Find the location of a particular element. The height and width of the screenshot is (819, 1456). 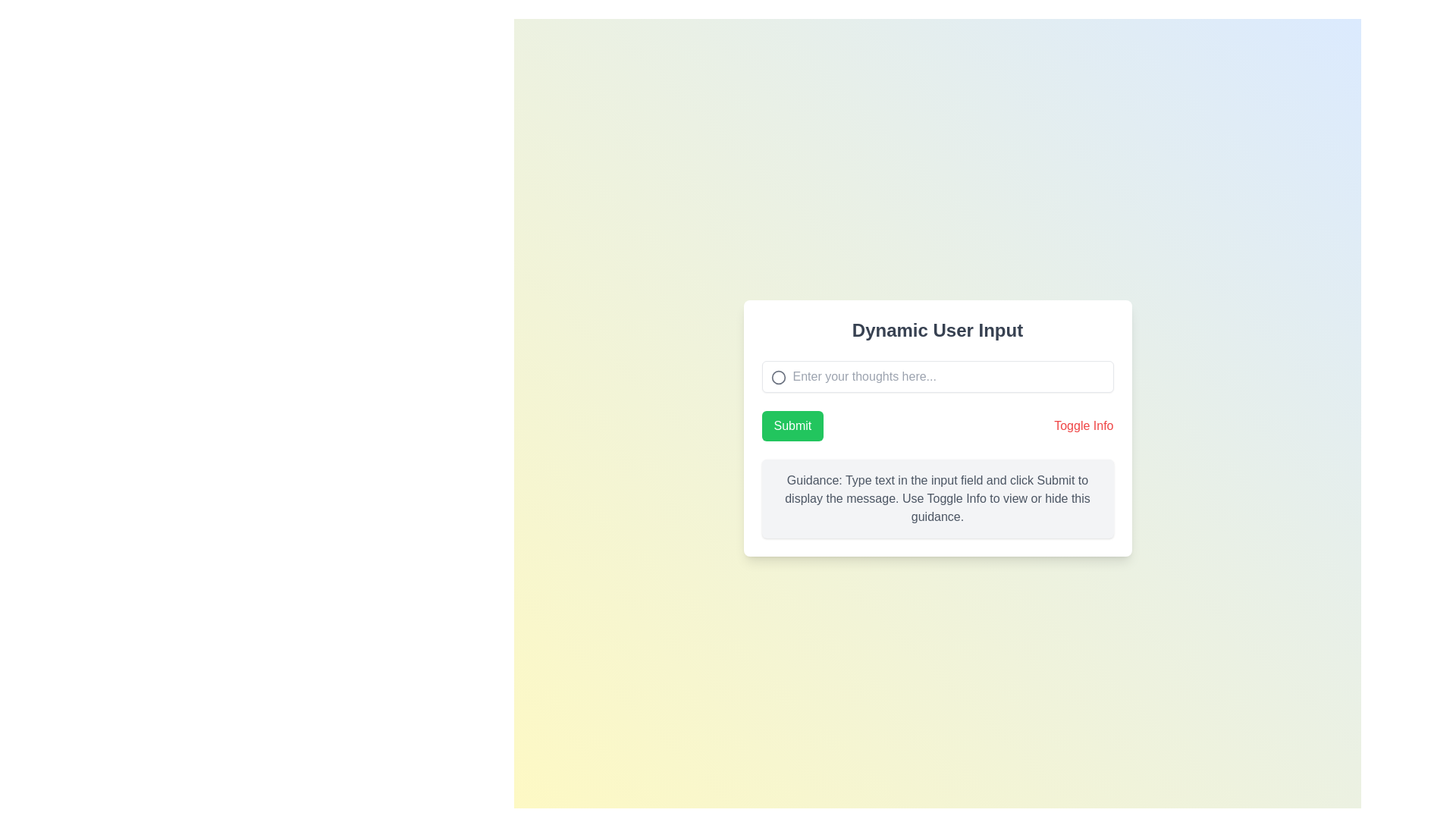

the decorative or functional icon positioned at the top-left corner of the input field labeled 'Enter your thoughts here...' is located at coordinates (778, 376).